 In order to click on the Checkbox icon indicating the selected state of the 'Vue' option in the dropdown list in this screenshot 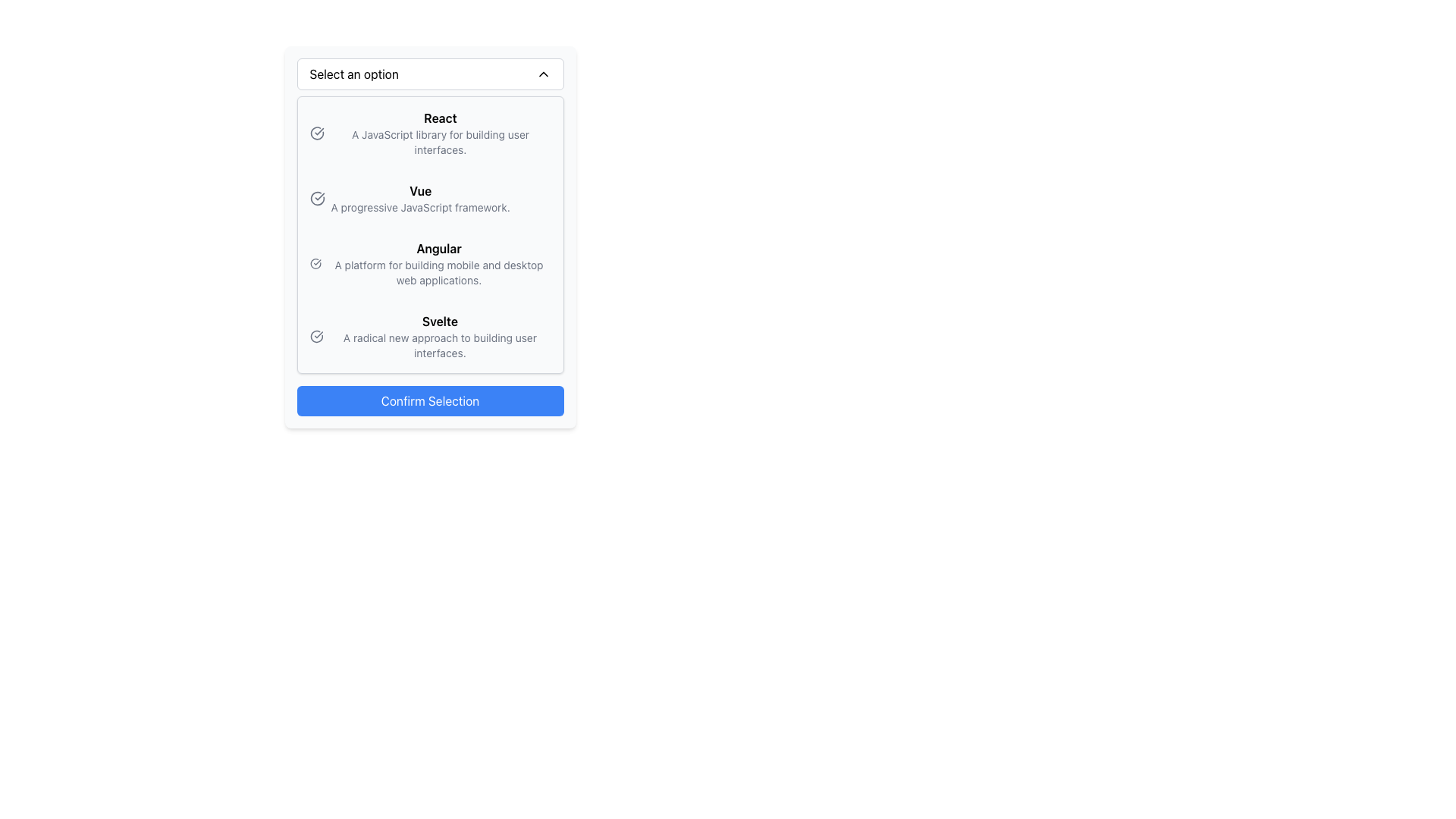, I will do `click(316, 198)`.